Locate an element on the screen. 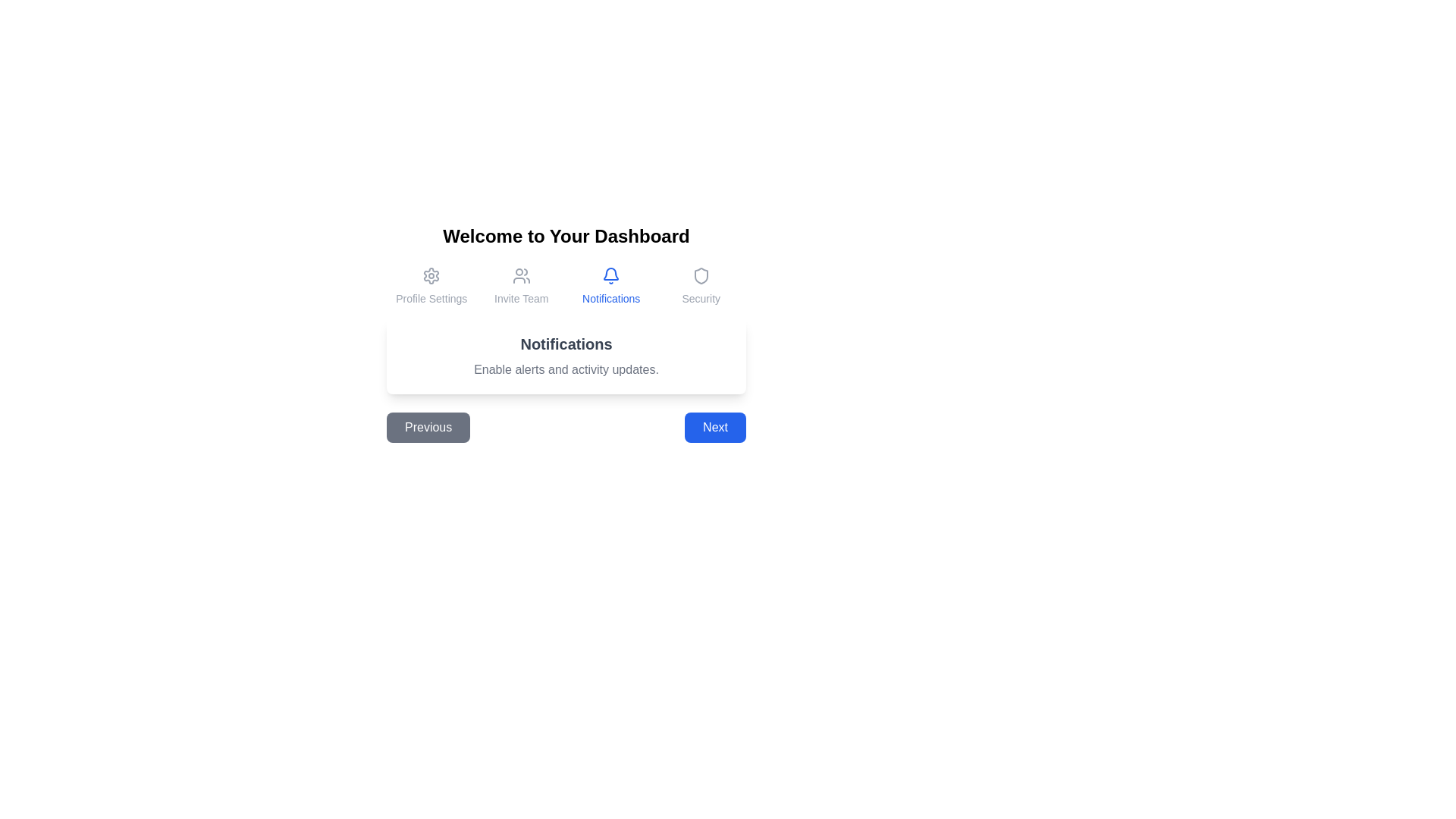 The image size is (1456, 819). the third button in a row of four options, located between 'Invite Team' and 'Security' is located at coordinates (611, 287).